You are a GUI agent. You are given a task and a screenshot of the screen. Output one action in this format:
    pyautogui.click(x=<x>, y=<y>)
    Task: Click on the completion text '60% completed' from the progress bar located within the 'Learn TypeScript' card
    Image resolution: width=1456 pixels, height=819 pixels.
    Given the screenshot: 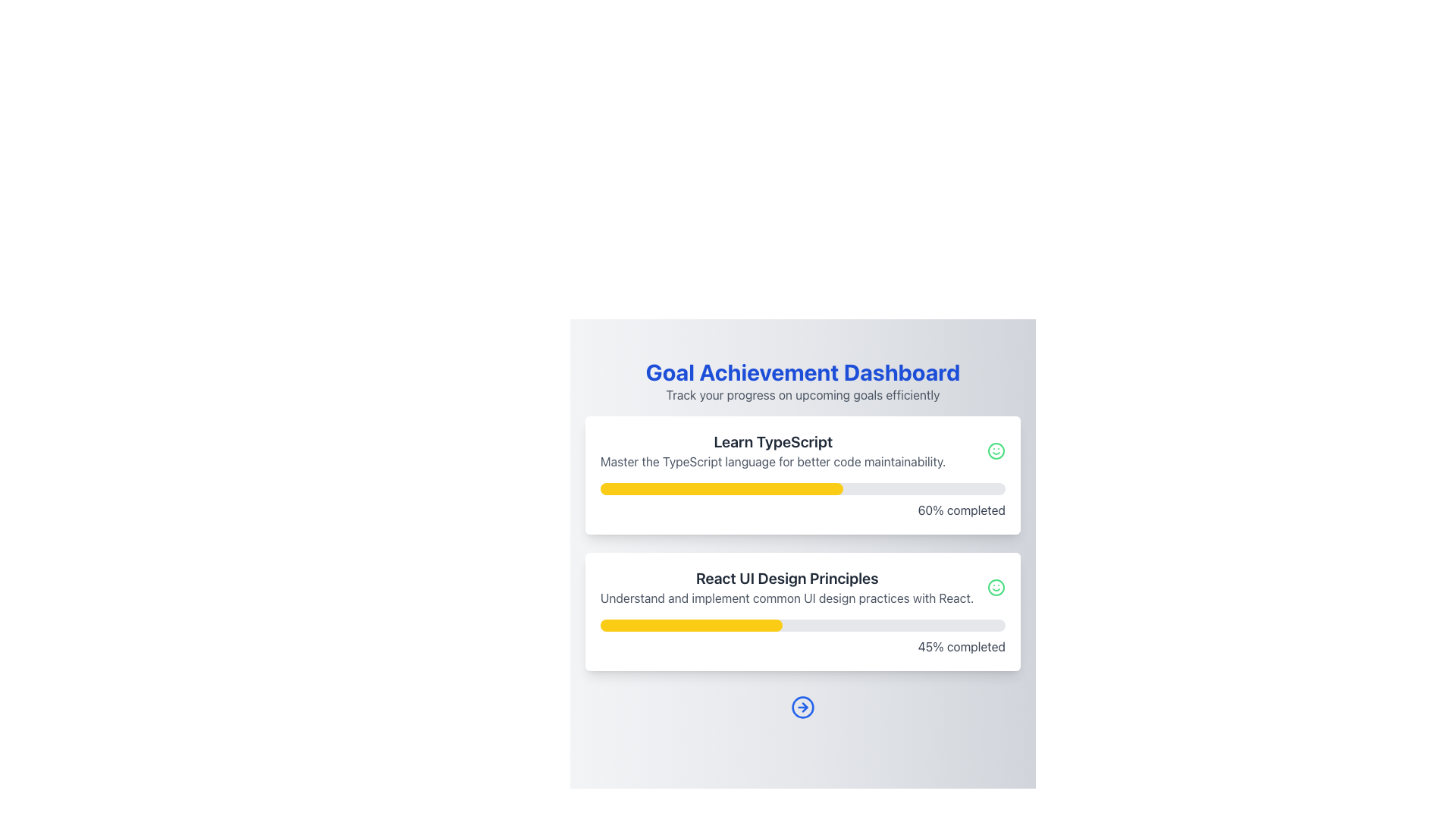 What is the action you would take?
    pyautogui.click(x=802, y=500)
    